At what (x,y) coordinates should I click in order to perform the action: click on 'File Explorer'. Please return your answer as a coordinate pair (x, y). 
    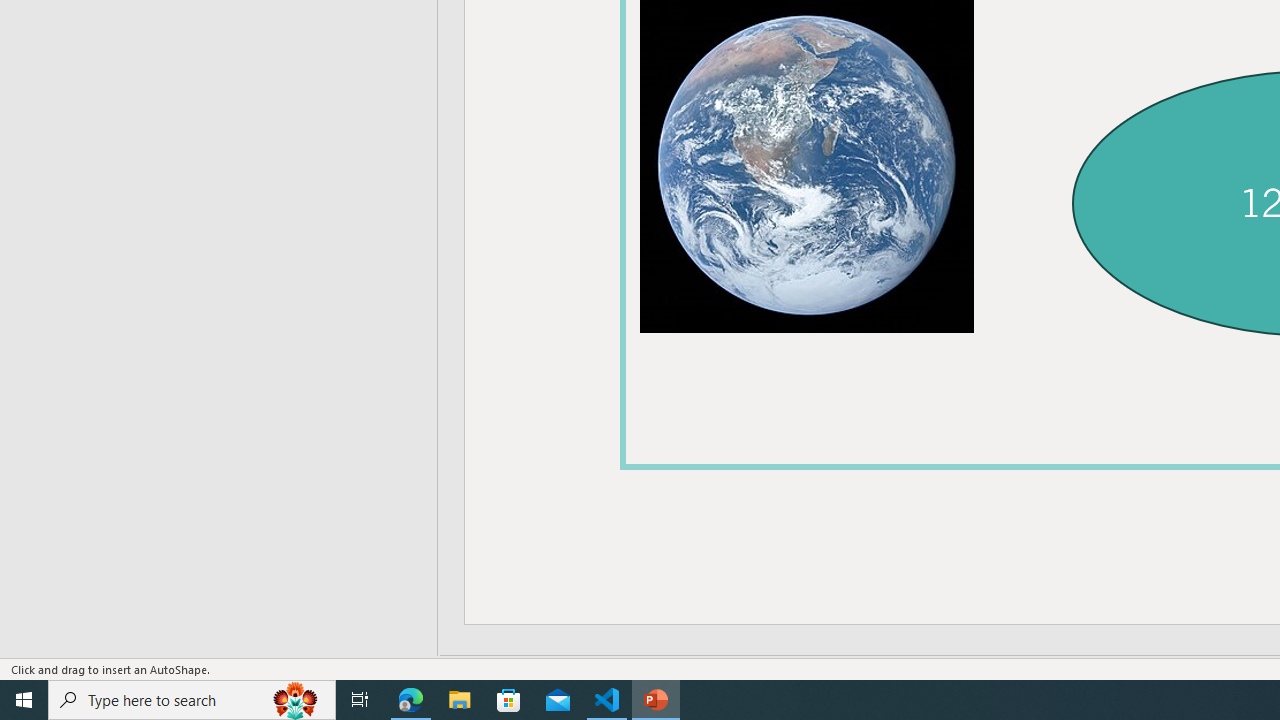
    Looking at the image, I should click on (459, 698).